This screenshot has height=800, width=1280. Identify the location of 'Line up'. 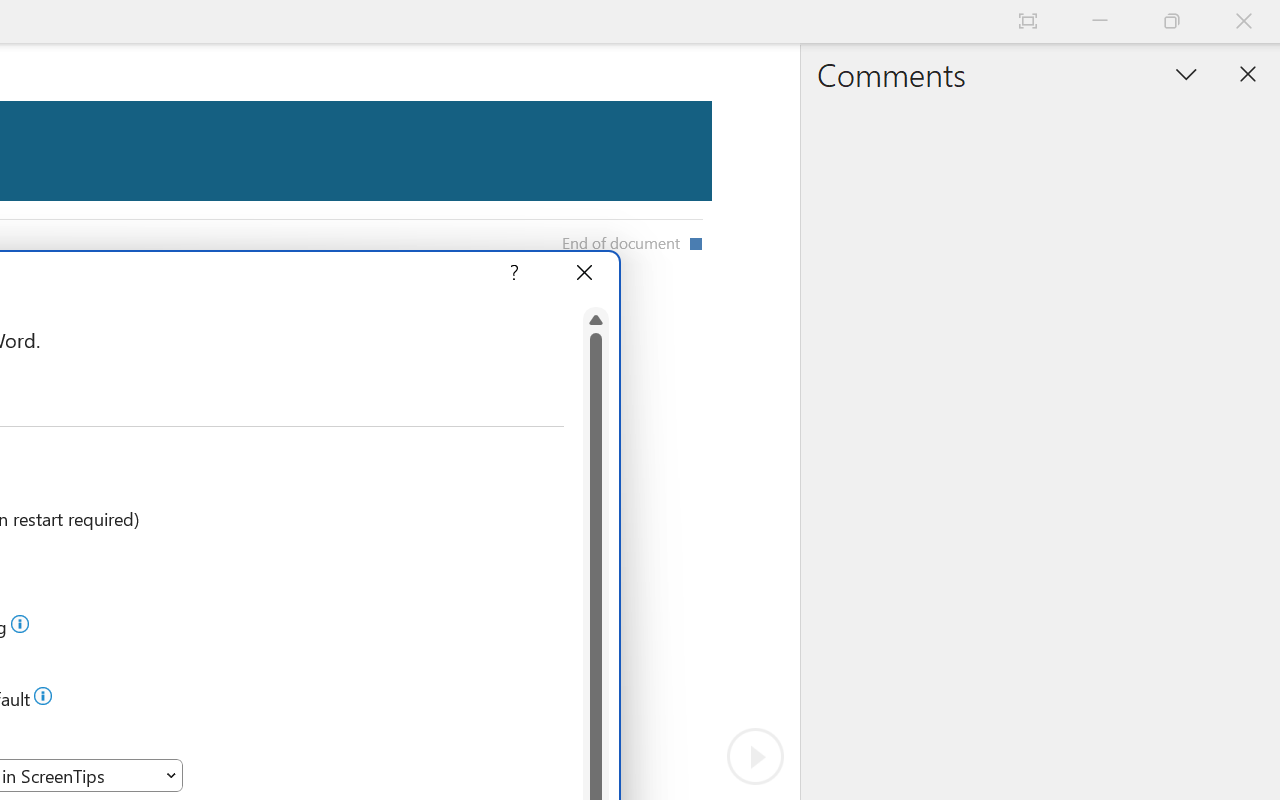
(594, 319).